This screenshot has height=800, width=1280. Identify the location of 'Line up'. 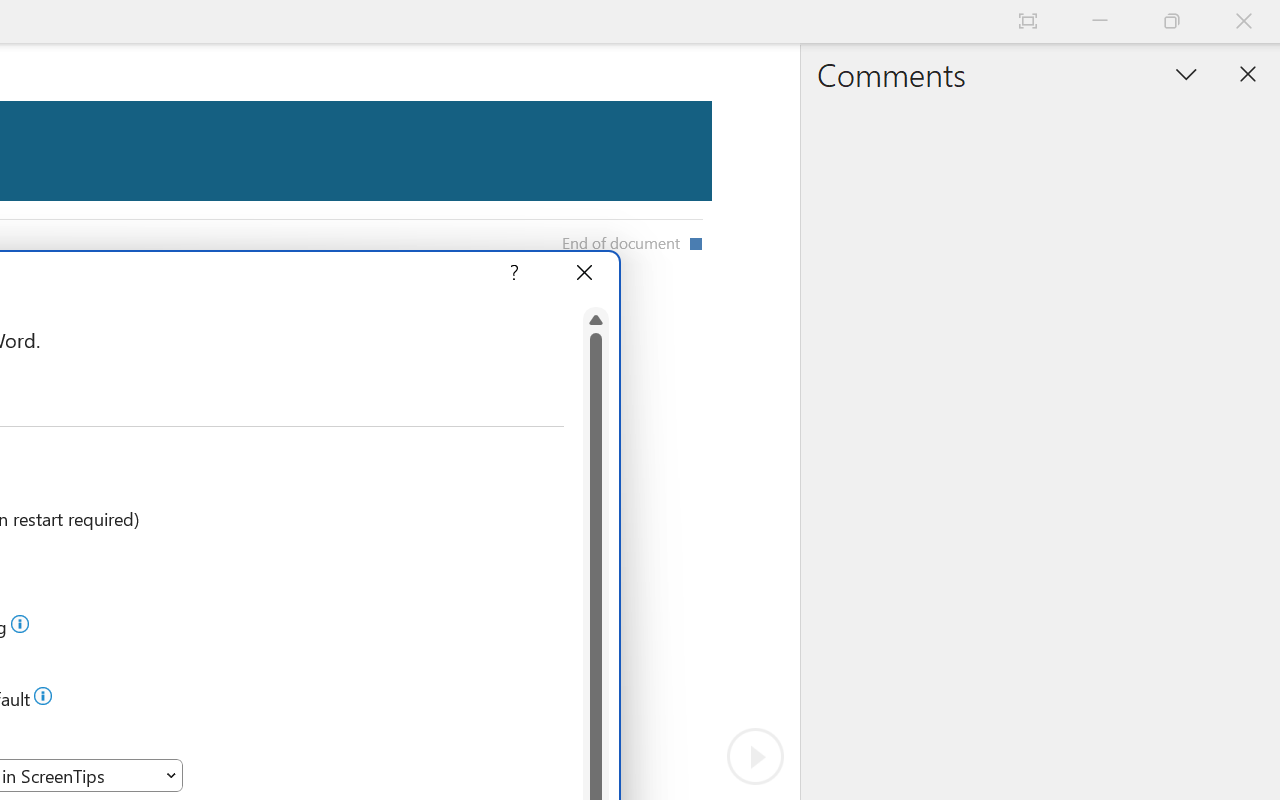
(594, 319).